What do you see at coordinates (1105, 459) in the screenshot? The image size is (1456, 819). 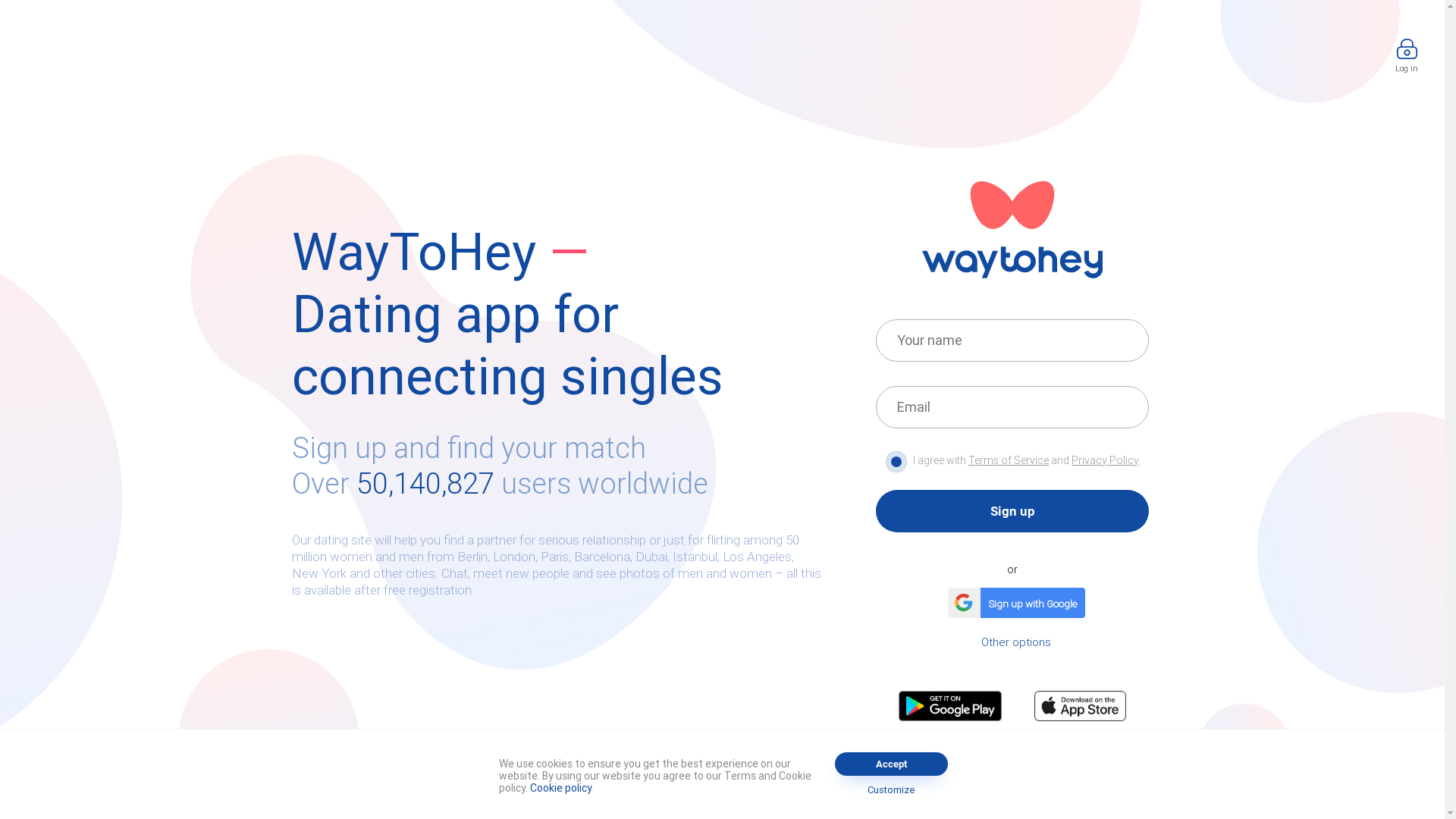 I see `'Privacy Policy'` at bounding box center [1105, 459].